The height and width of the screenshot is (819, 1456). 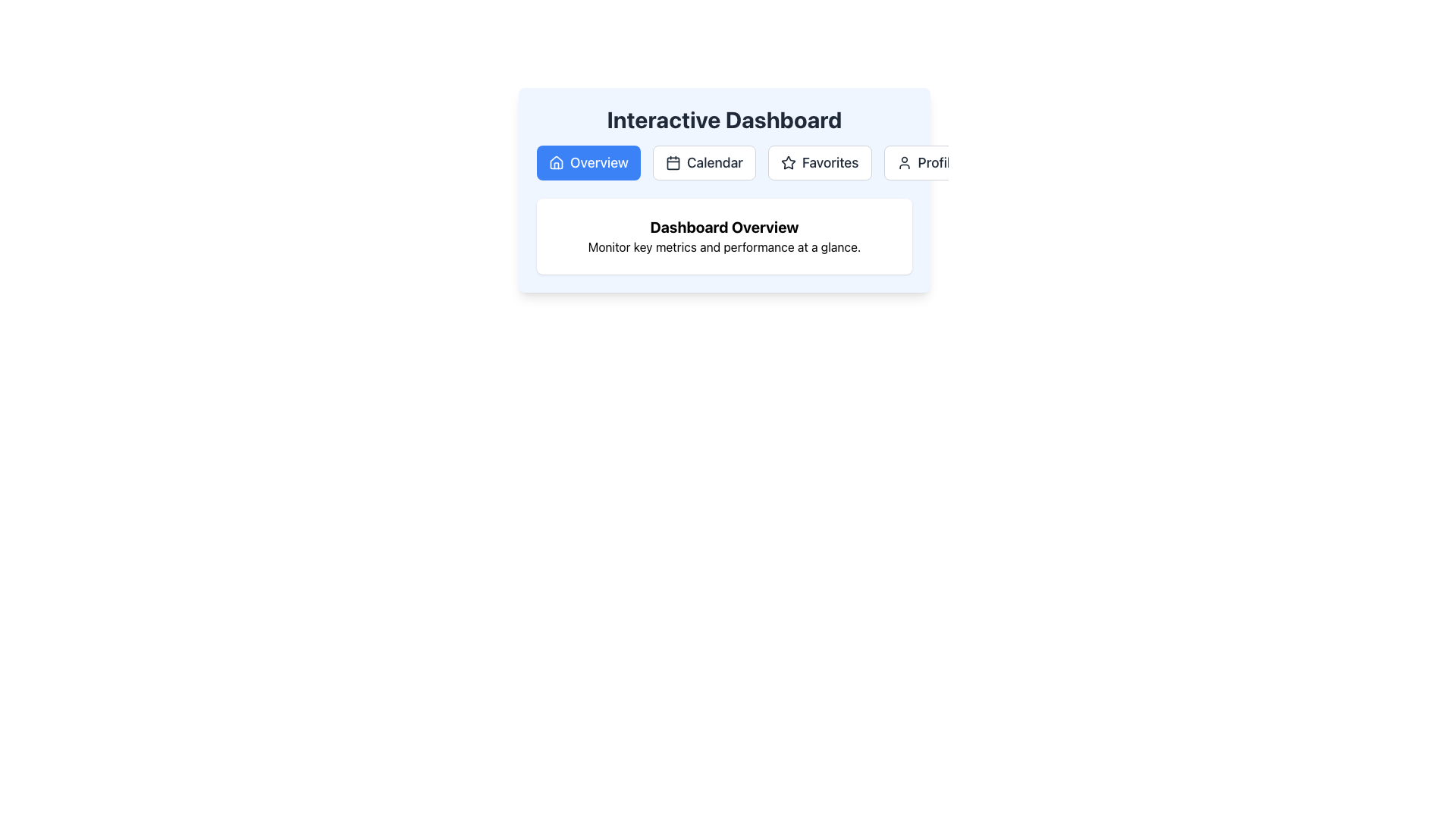 What do you see at coordinates (673, 163) in the screenshot?
I see `the calendar icon, which is a dark gray icon with a rounded square outline and a calendar grid motif, located in the navigation bar near the top of the interface` at bounding box center [673, 163].